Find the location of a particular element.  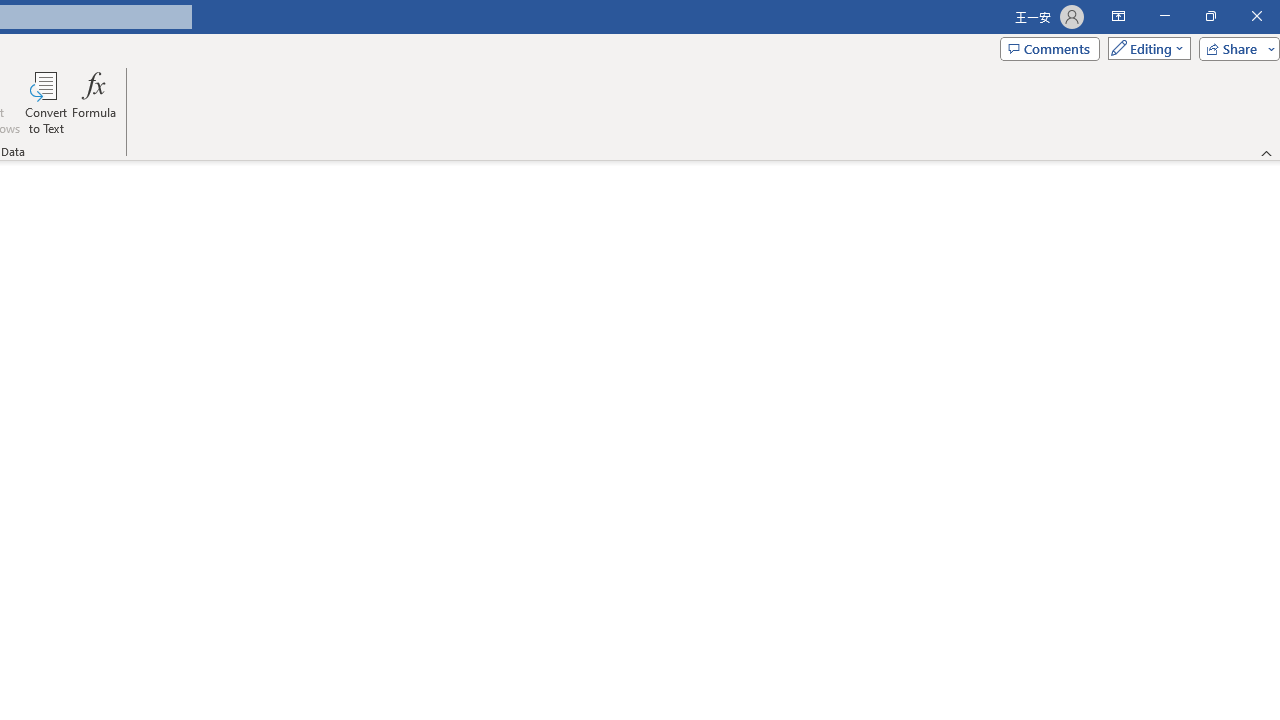

'Close' is located at coordinates (1255, 16).